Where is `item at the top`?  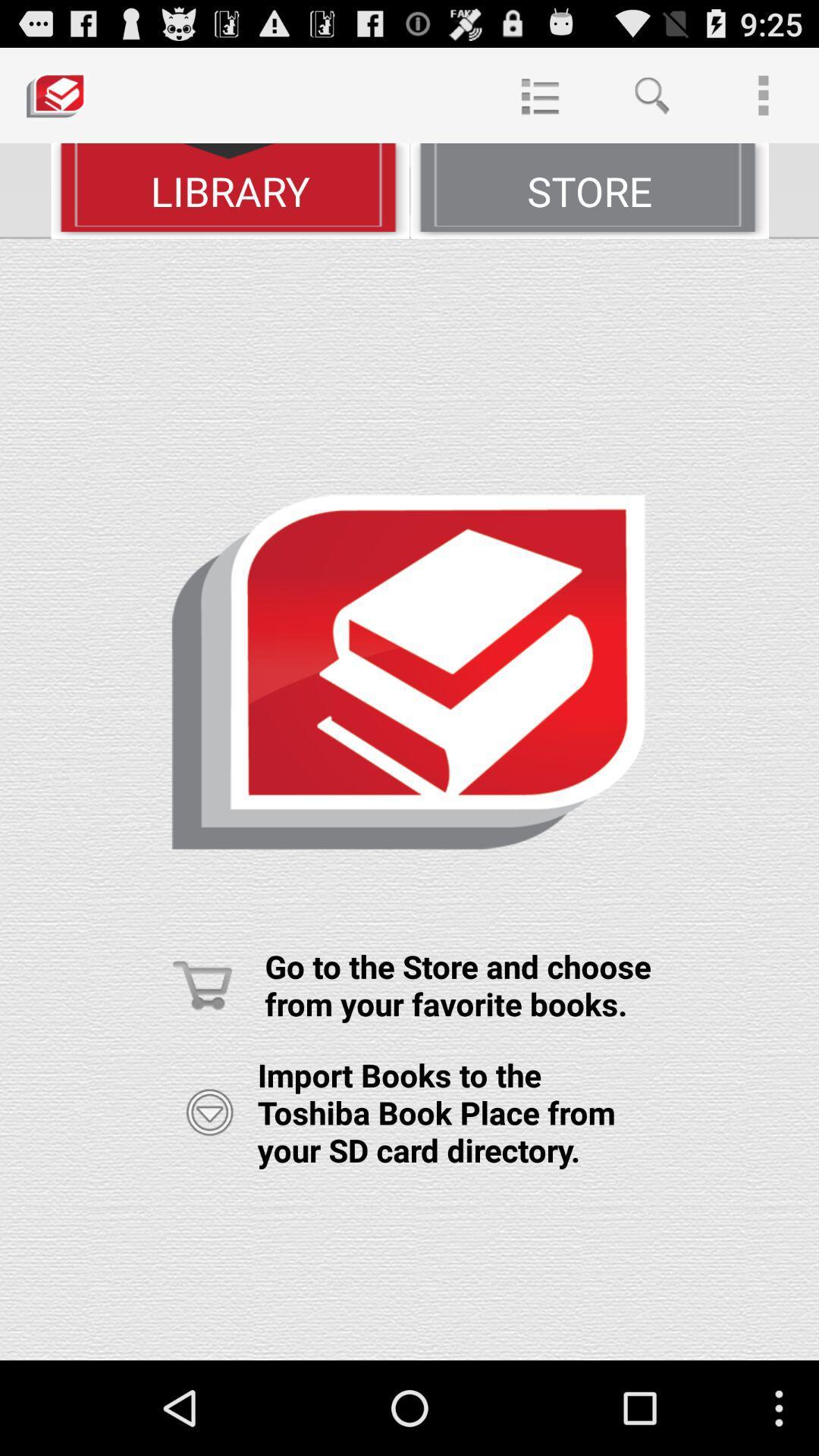 item at the top is located at coordinates (539, 94).